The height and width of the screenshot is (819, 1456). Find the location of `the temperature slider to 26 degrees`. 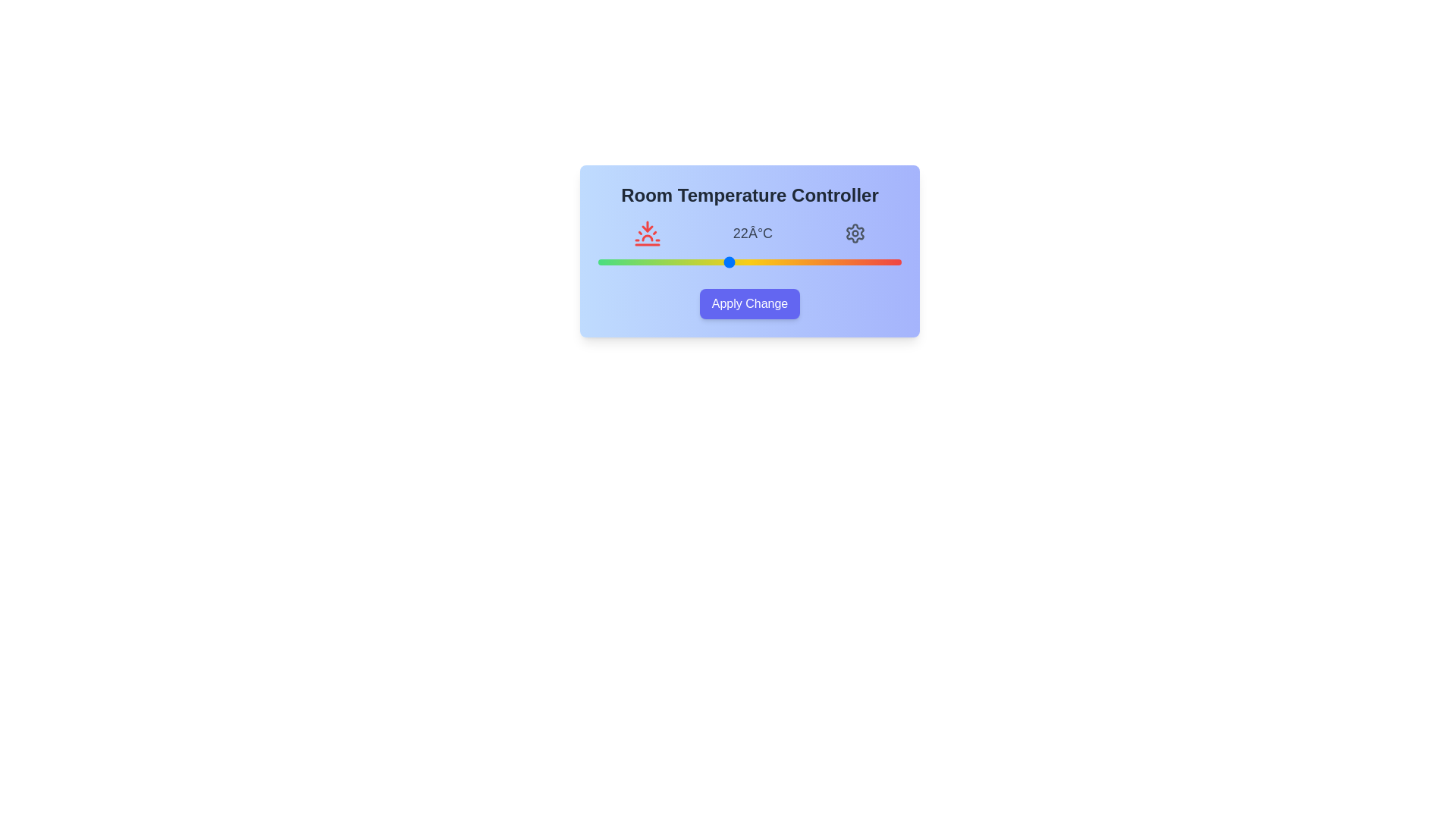

the temperature slider to 26 degrees is located at coordinates (814, 262).